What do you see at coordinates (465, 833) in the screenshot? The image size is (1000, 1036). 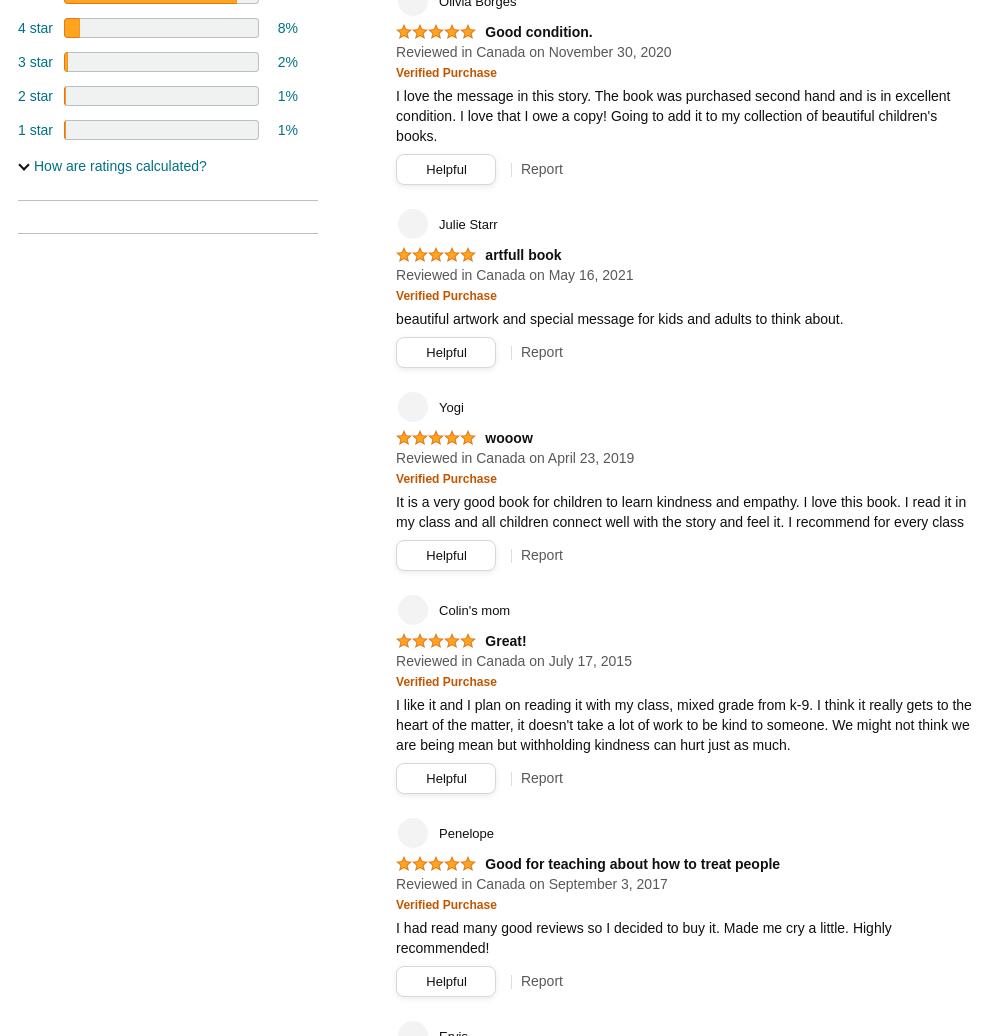 I see `'Penelope'` at bounding box center [465, 833].